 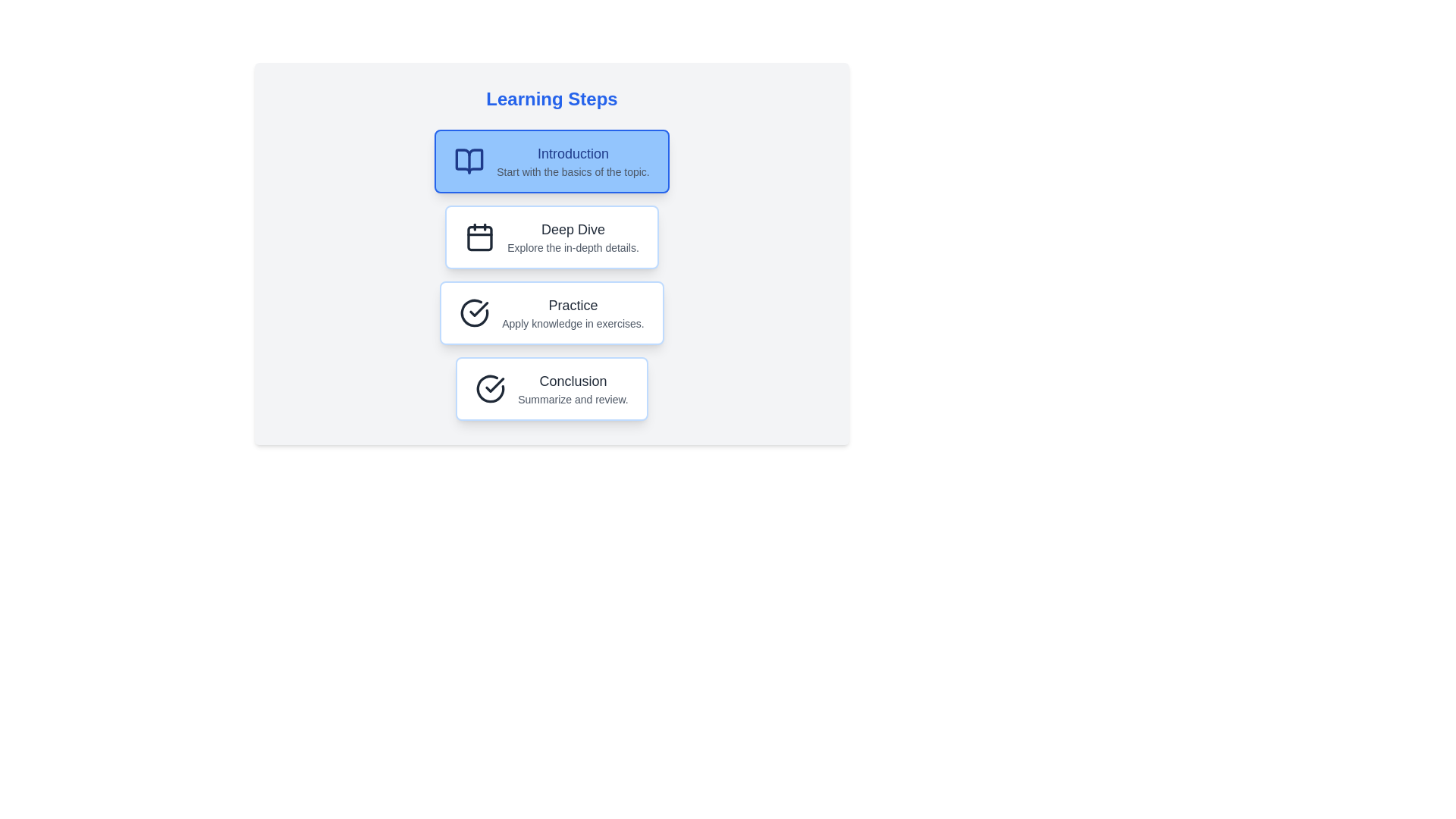 What do you see at coordinates (572, 237) in the screenshot?
I see `the textual component labeled 'Deep Dive', which is part of the 'Learning Steps' section, positioned below 'Introduction' and above 'Practice'` at bounding box center [572, 237].